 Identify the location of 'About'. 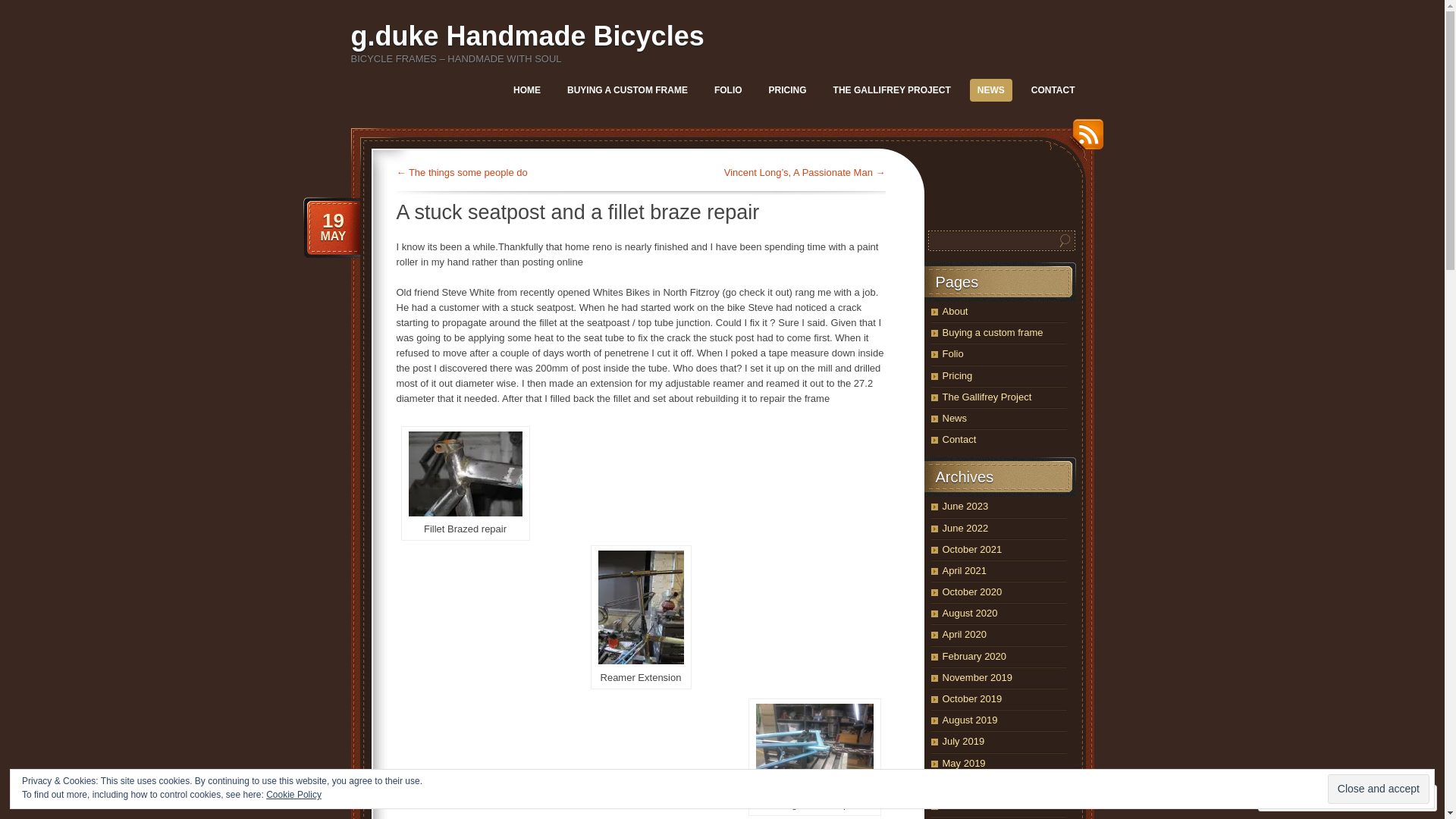
(953, 310).